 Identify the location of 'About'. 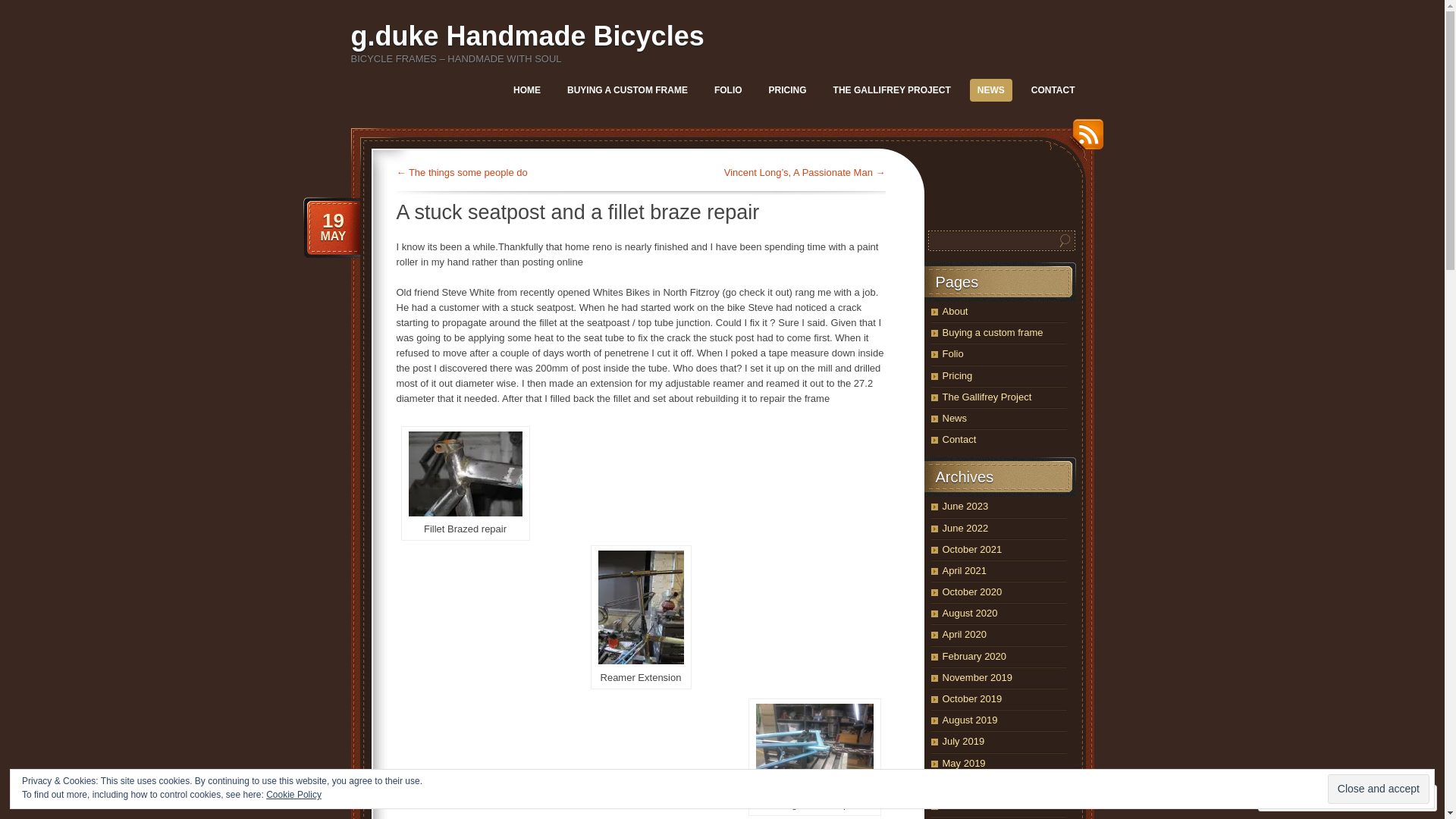
(953, 310).